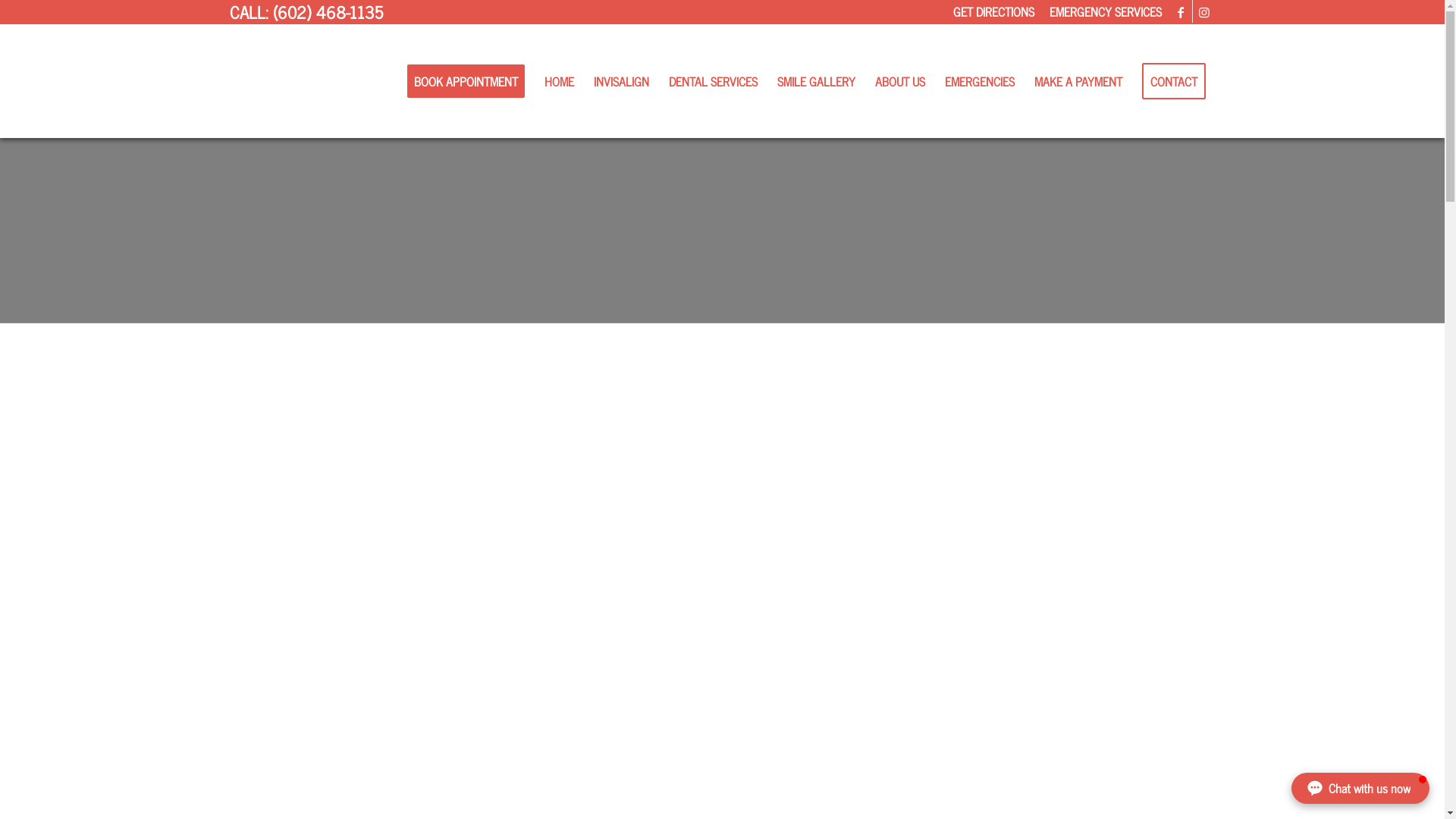  What do you see at coordinates (621, 81) in the screenshot?
I see `'INVISALIGN'` at bounding box center [621, 81].